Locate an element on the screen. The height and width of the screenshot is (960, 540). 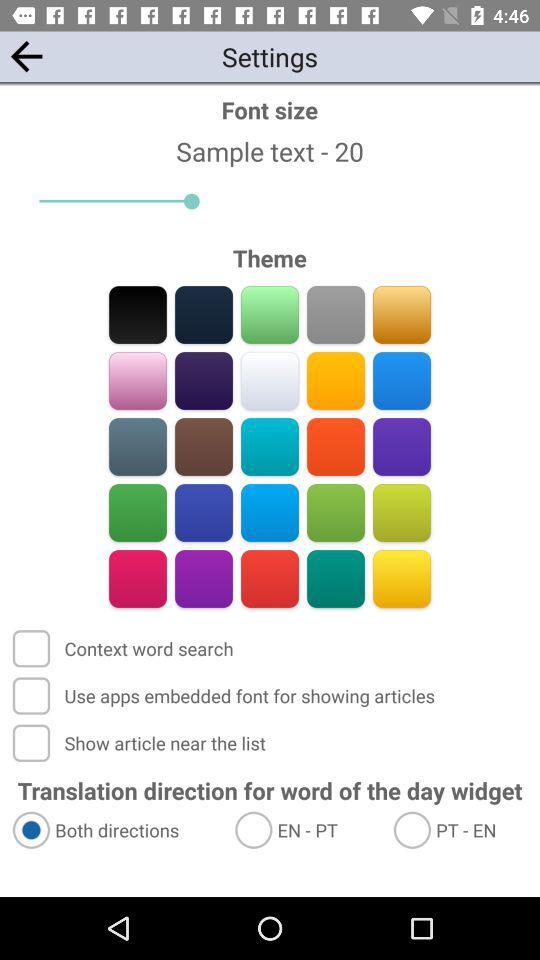
go back is located at coordinates (25, 55).